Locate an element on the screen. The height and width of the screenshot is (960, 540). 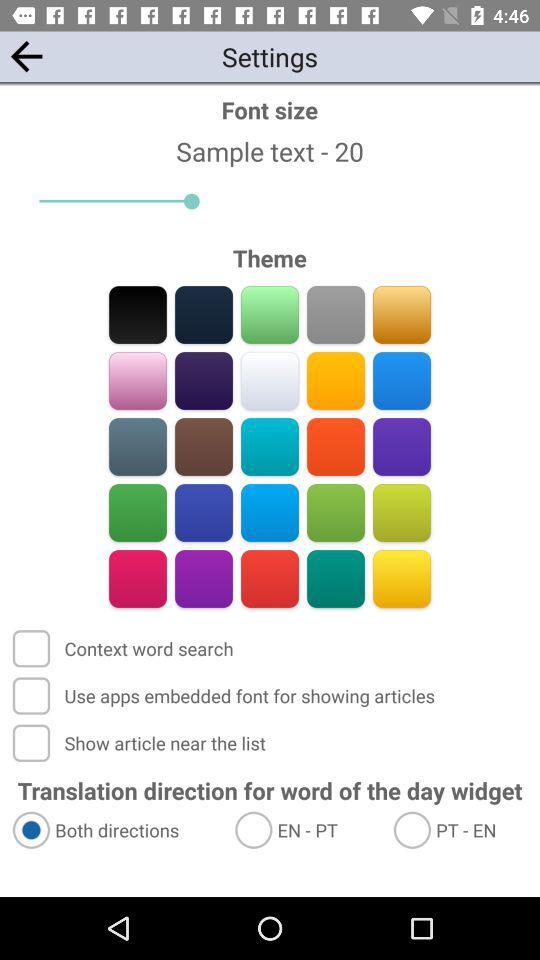
go back is located at coordinates (25, 55).